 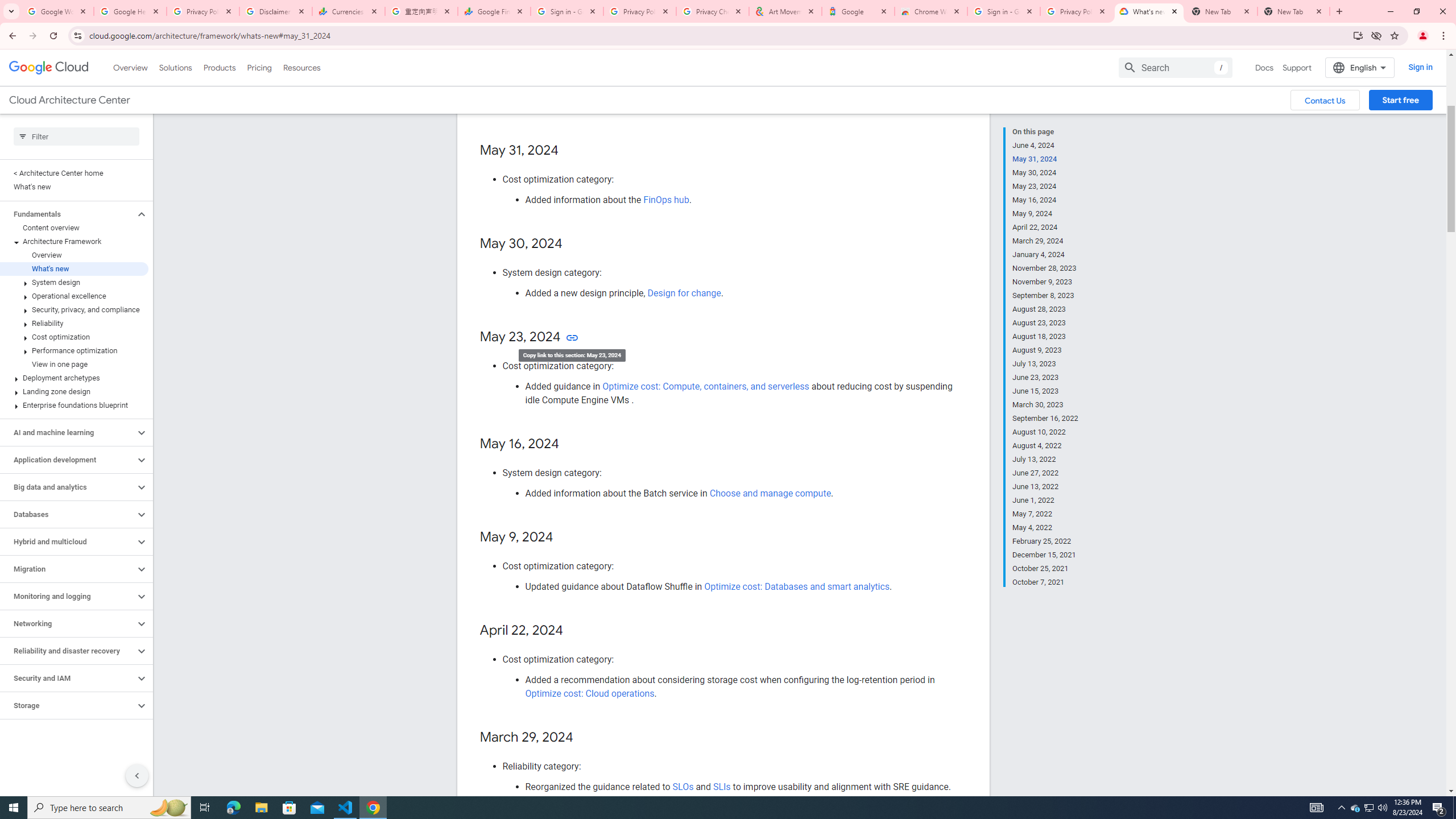 I want to click on 'Google', so click(x=858, y=11).